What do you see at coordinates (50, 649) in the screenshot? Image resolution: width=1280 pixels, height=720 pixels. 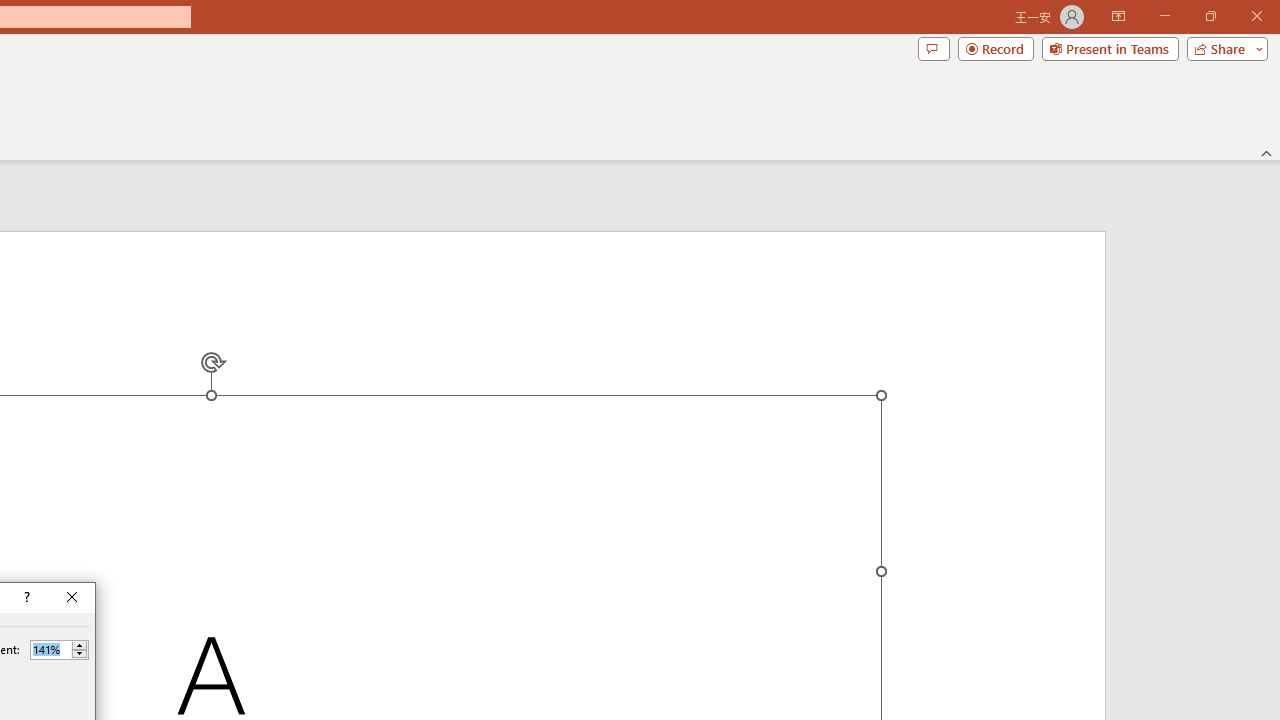 I see `'Percent'` at bounding box center [50, 649].